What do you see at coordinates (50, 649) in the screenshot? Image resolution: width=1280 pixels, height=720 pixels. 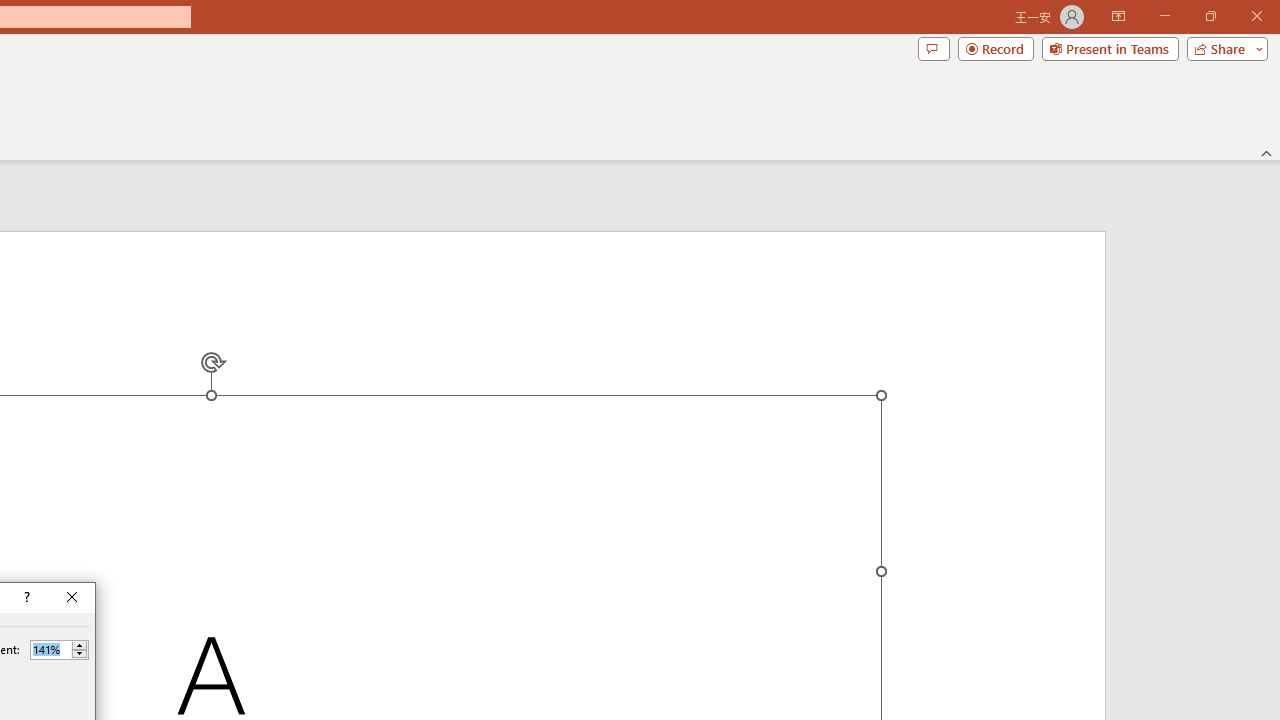 I see `'Percent'` at bounding box center [50, 649].